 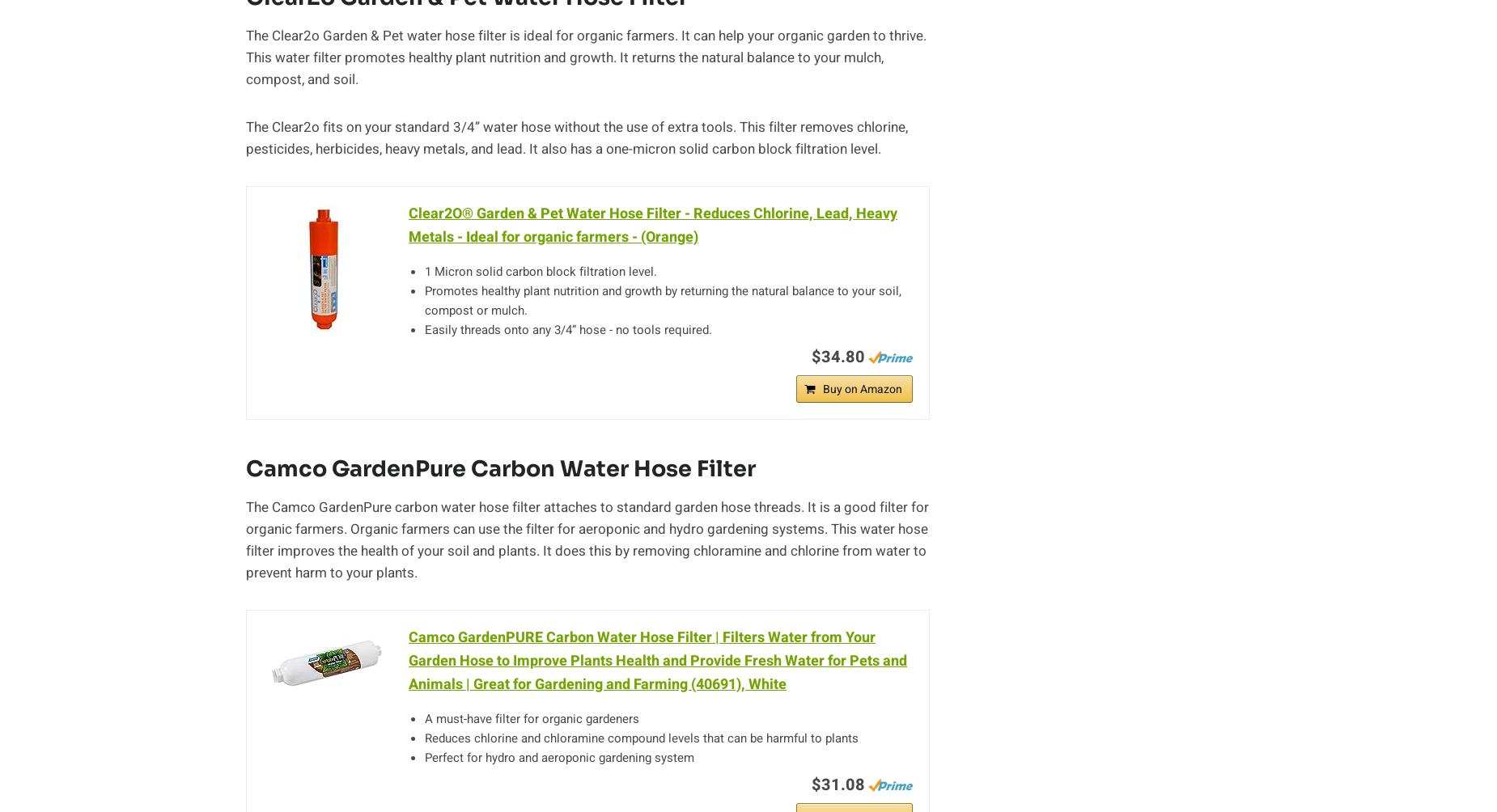 I want to click on 'Clear2O® Garden & Pet Water Hose Filter - Reduces Chlorine, Lead, Heavy Metals - Ideal for organic farmers - (Orange)', so click(x=652, y=226).